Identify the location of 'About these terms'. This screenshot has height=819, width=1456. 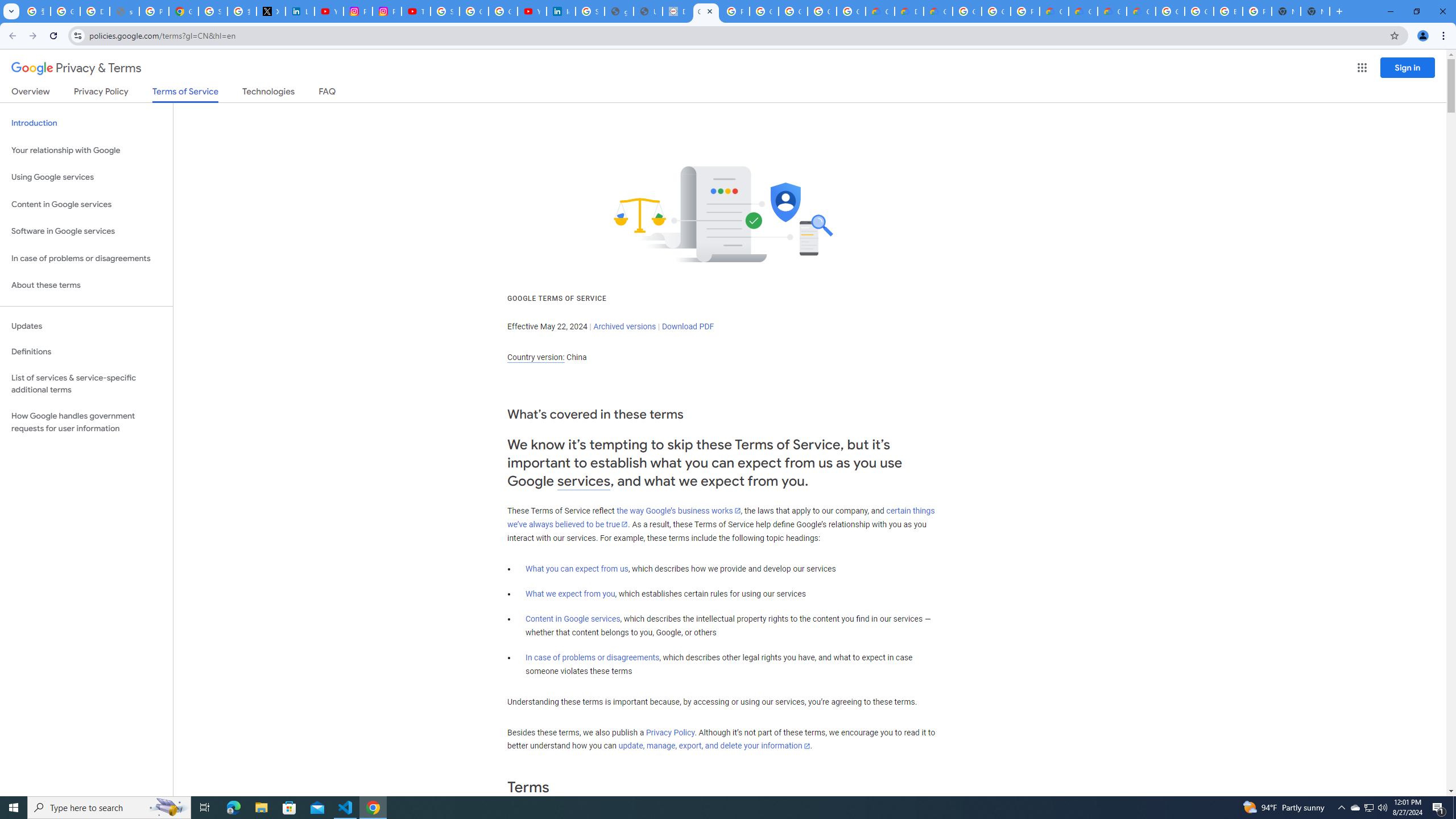
(86, 285).